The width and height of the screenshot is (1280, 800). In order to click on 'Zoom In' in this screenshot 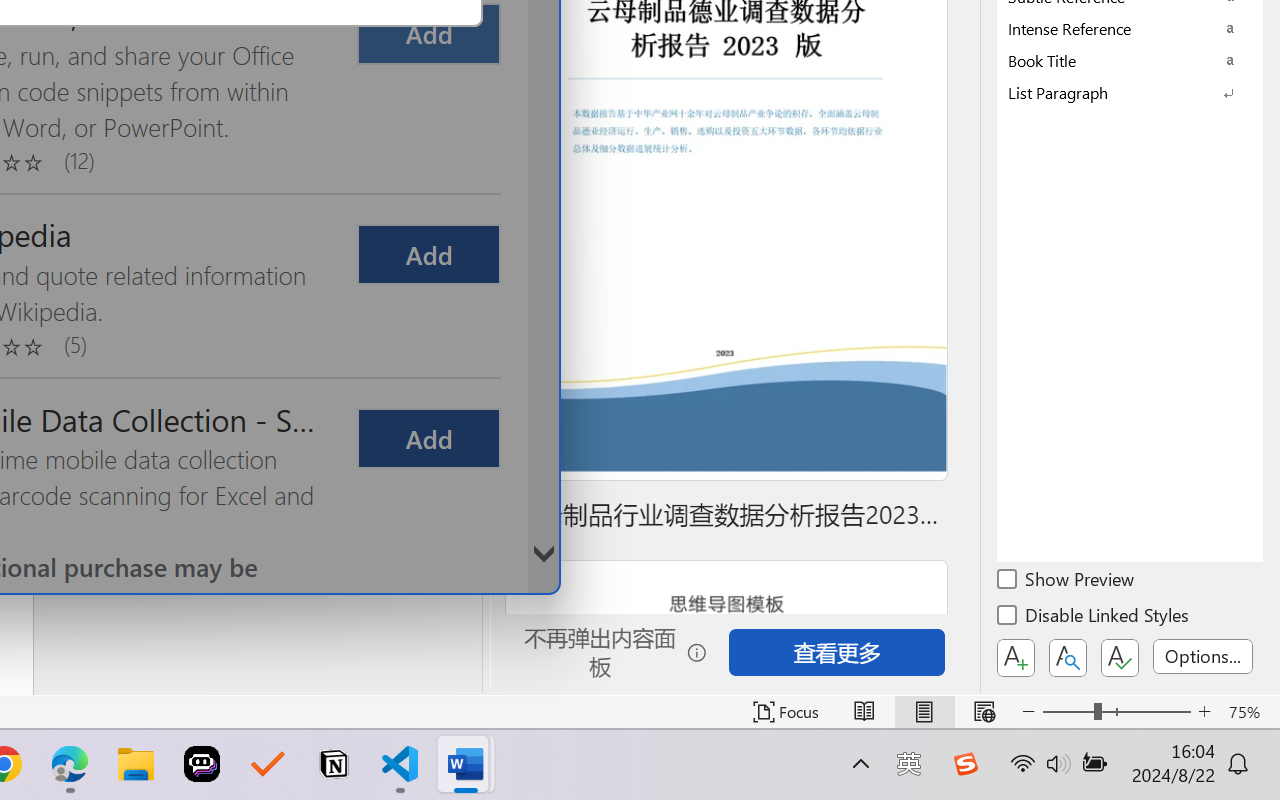, I will do `click(1204, 711)`.